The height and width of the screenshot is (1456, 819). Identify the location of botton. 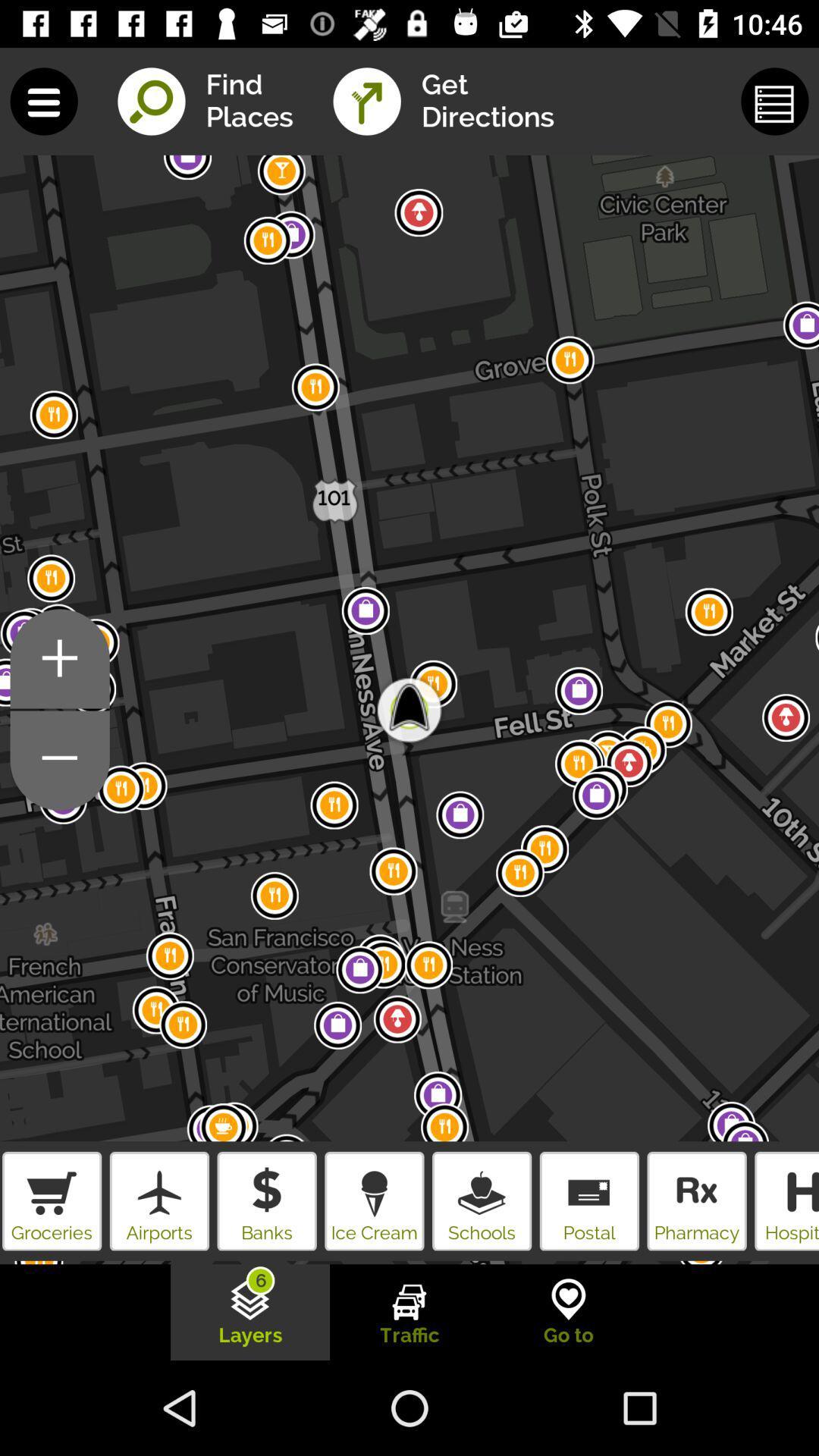
(59, 761).